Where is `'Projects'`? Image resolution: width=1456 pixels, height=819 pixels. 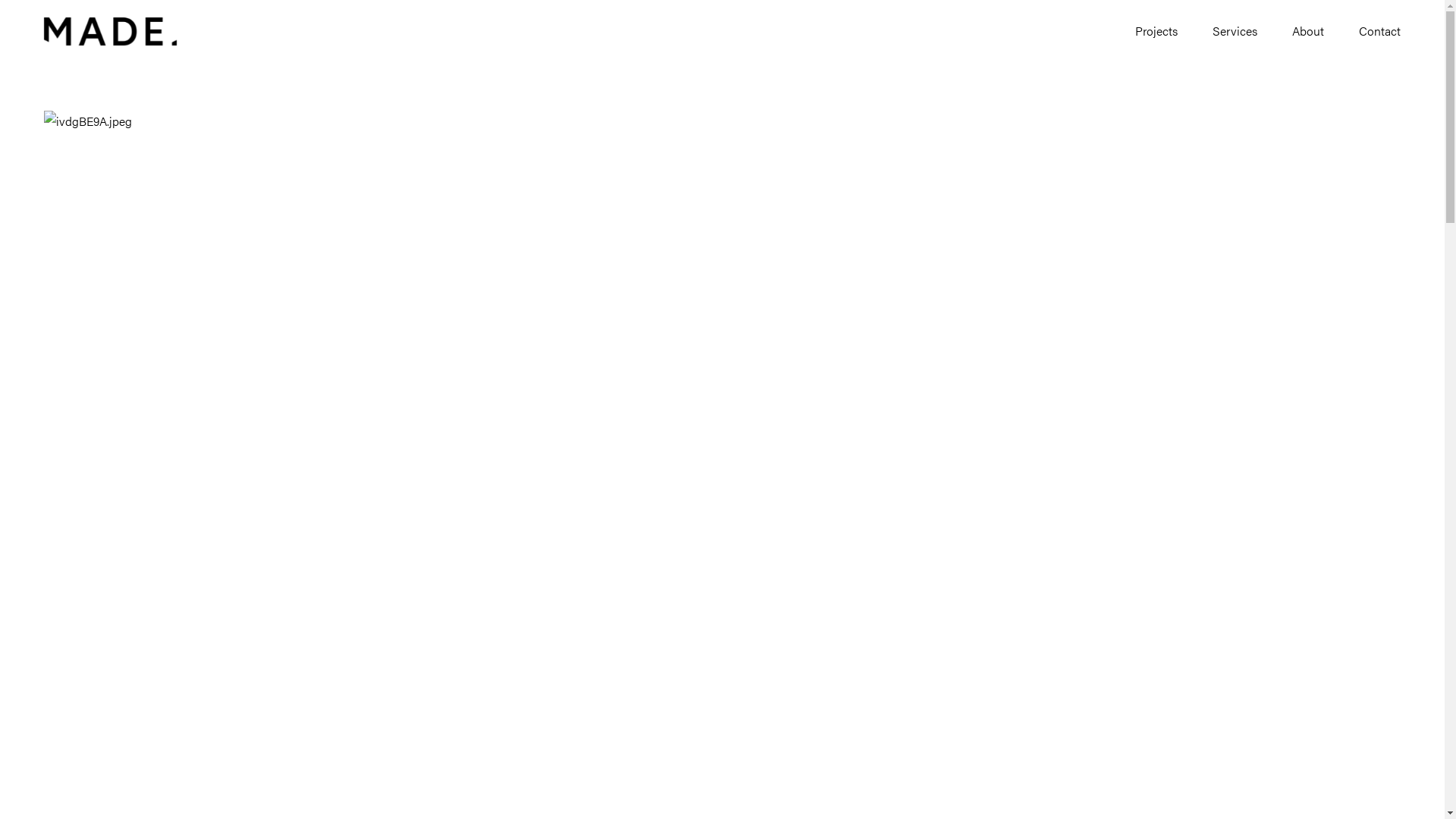
'Projects' is located at coordinates (1135, 32).